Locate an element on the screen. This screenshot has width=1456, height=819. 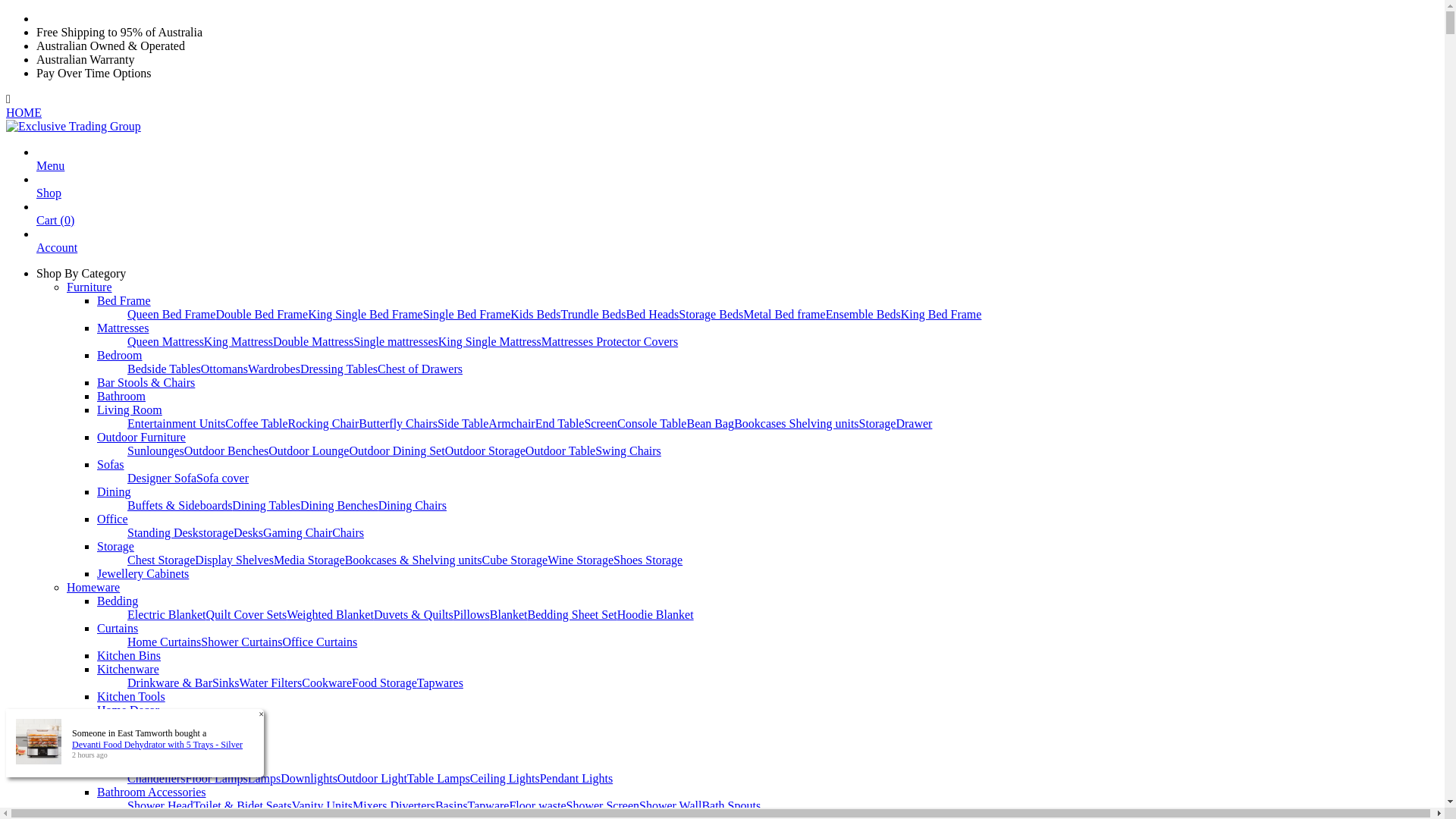
'Exclusive Trading Group' is located at coordinates (72, 125).